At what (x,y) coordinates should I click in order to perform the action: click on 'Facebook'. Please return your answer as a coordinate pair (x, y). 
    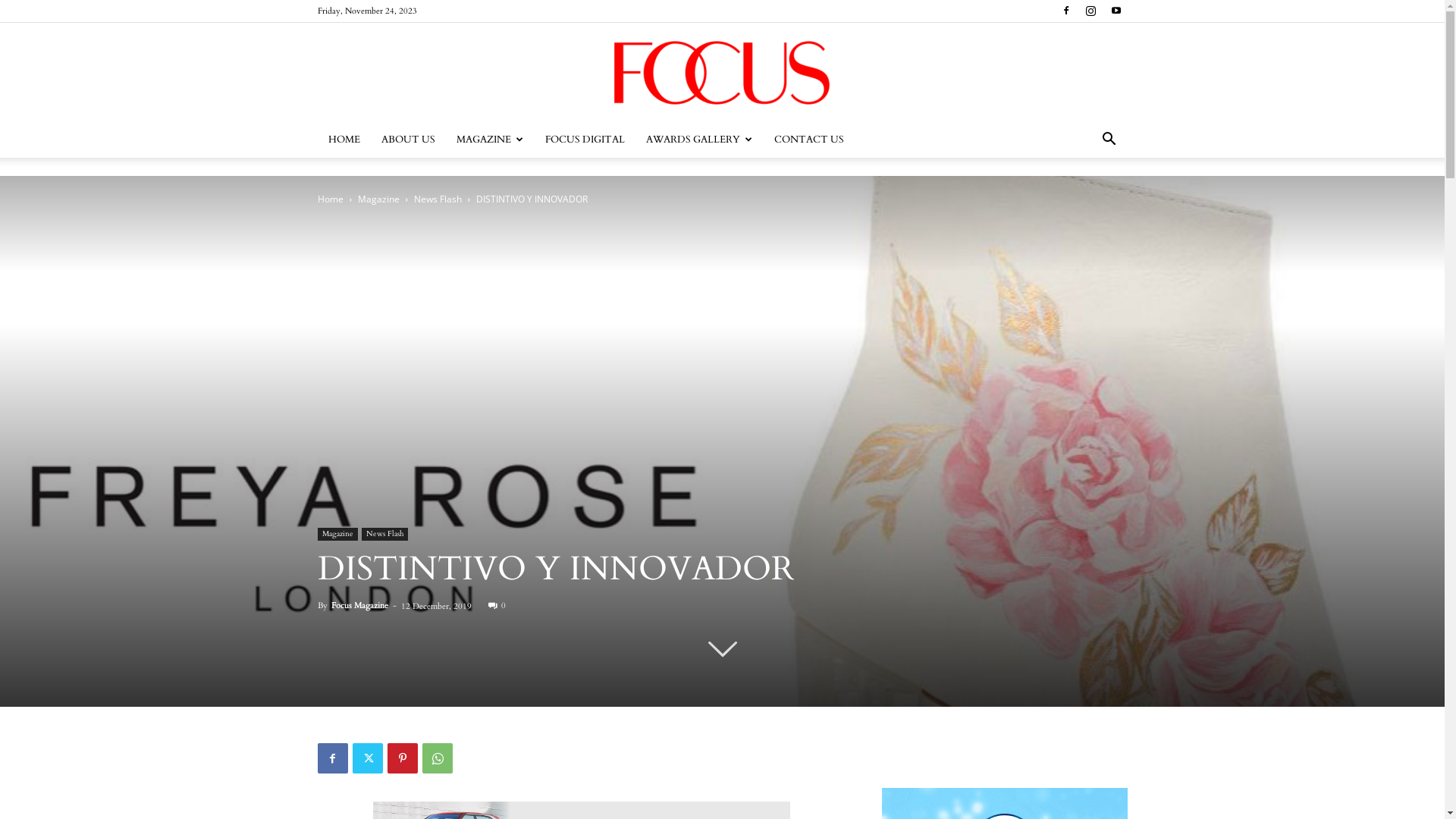
    Looking at the image, I should click on (331, 758).